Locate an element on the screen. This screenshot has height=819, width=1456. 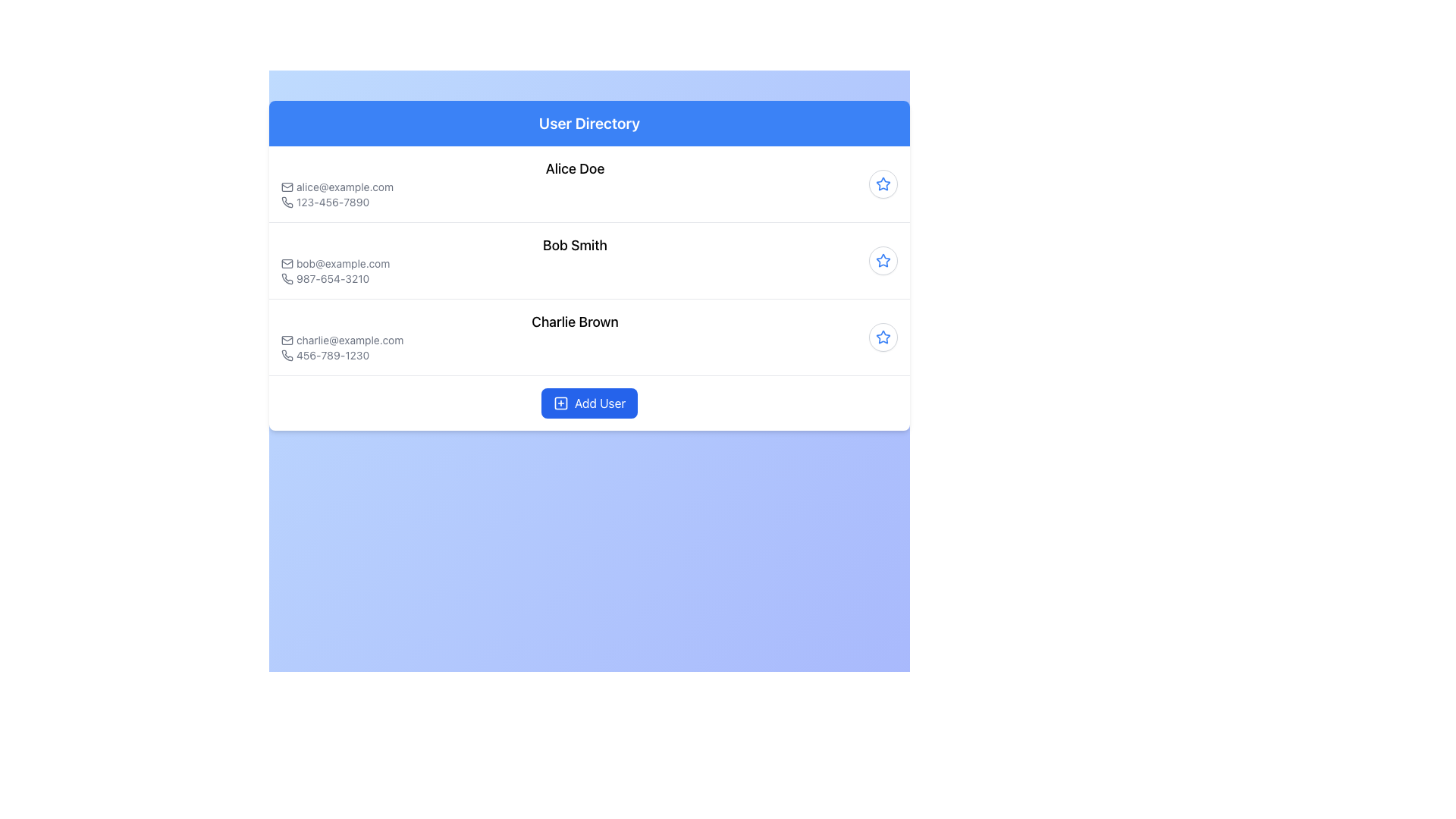
the user card representing contact information, which displays the user's name, email address, and phone number, located as the third card in the User Directory list is located at coordinates (574, 336).